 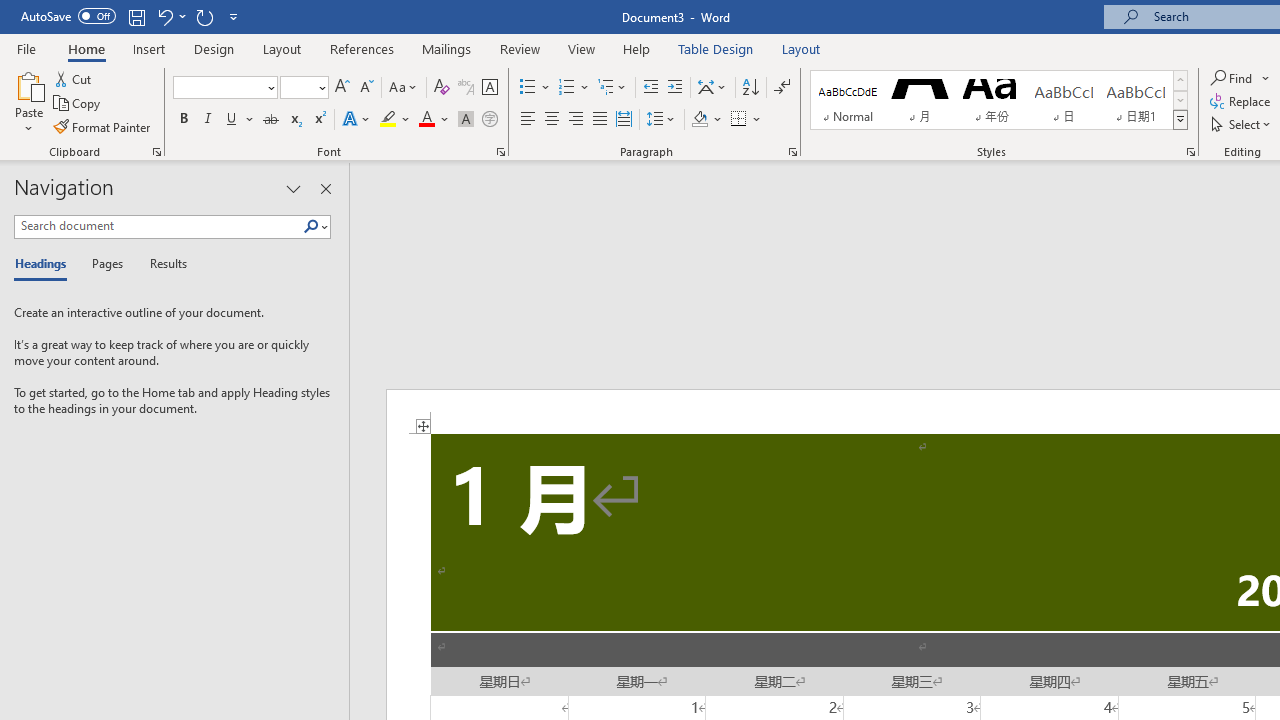 I want to click on 'Grow Font', so click(x=342, y=86).